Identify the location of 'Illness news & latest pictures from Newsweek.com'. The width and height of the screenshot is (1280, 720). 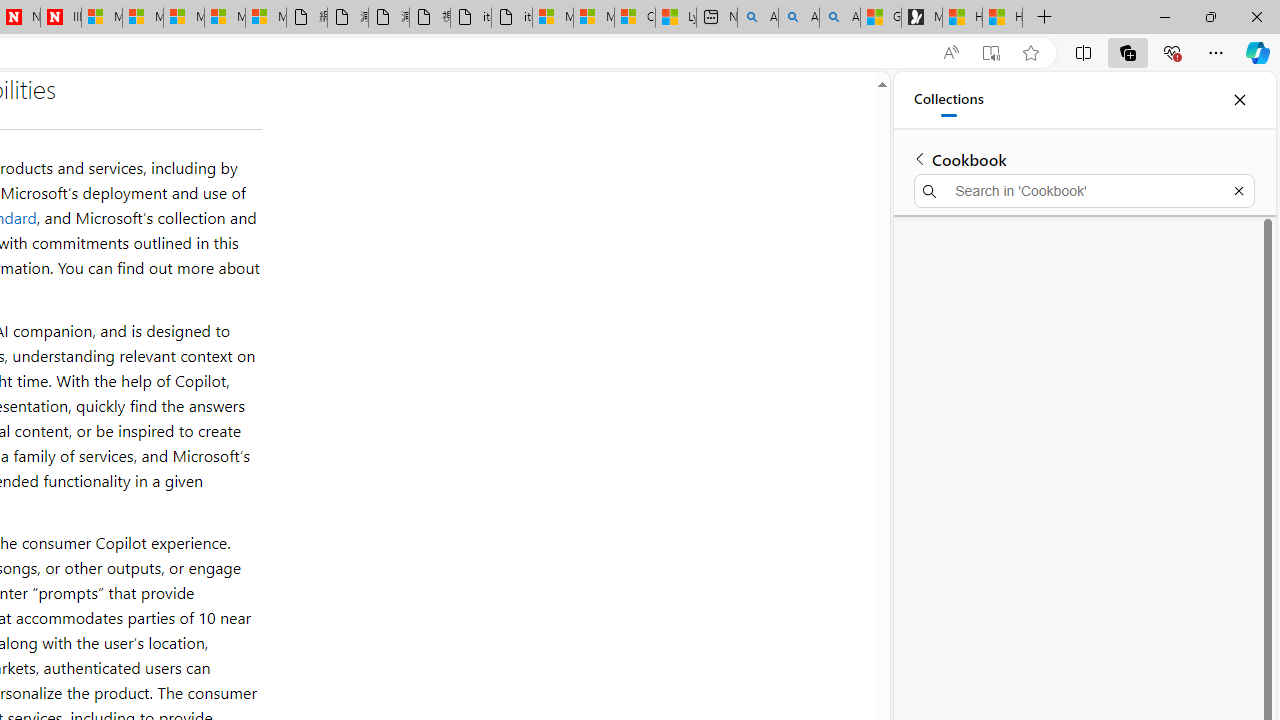
(60, 17).